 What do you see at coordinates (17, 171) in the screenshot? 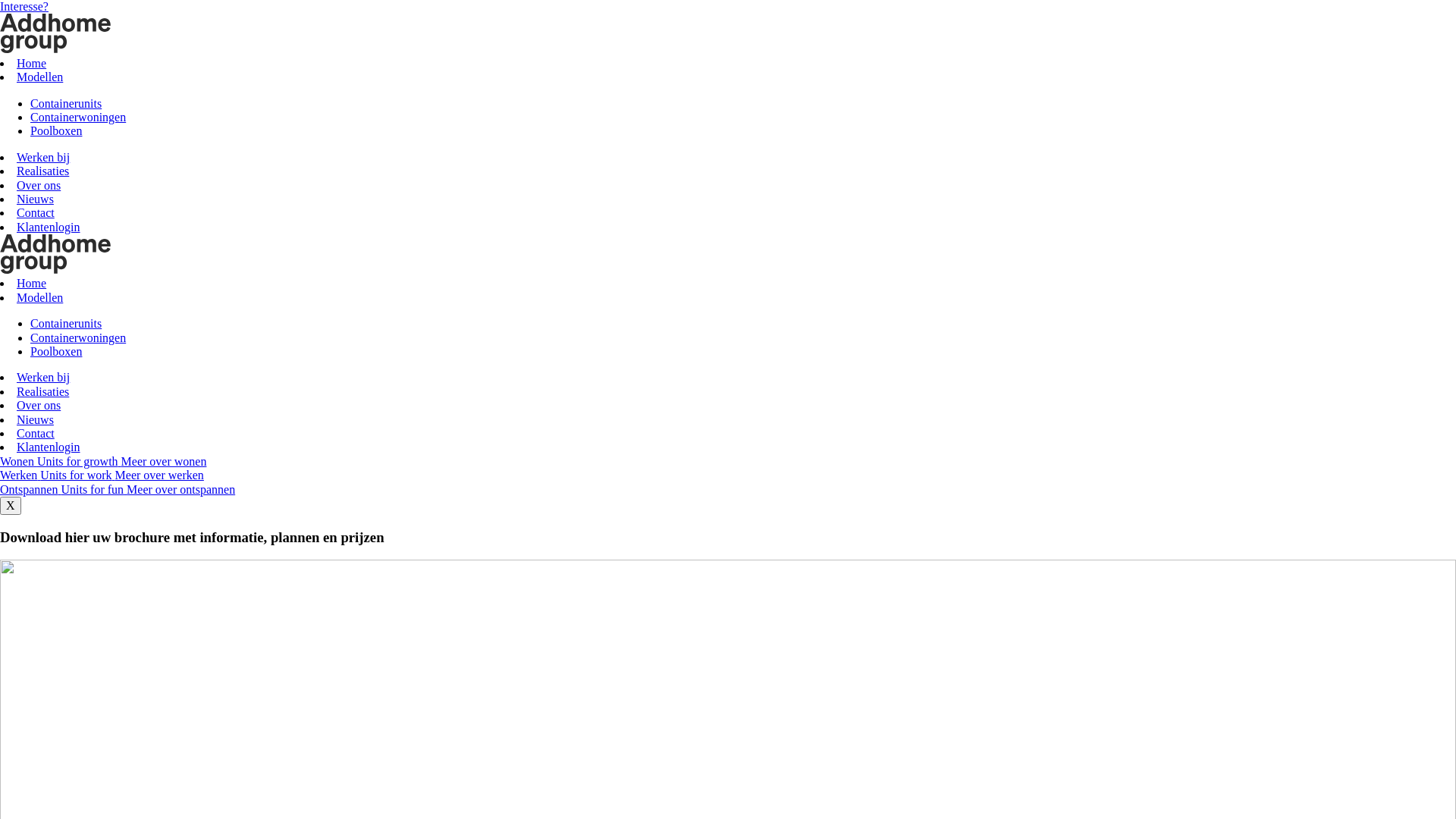
I see `'Realisaties'` at bounding box center [17, 171].